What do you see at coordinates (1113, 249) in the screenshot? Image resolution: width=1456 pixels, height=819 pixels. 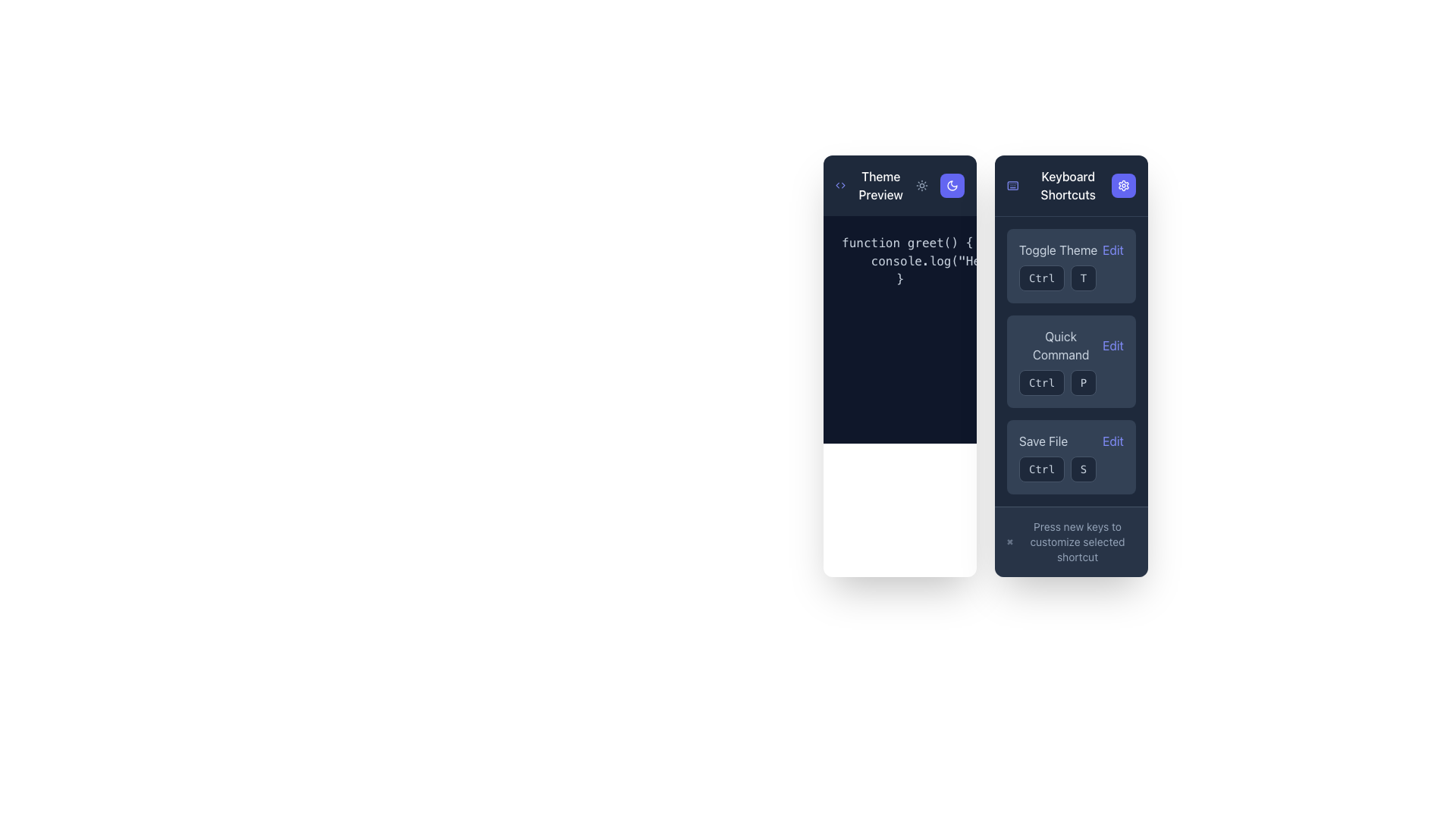 I see `the interactive link that provides a shortcut to edit the 'Toggle Theme' action in the 'Keyboard Shortcuts' panel to observe the hover effect` at bounding box center [1113, 249].